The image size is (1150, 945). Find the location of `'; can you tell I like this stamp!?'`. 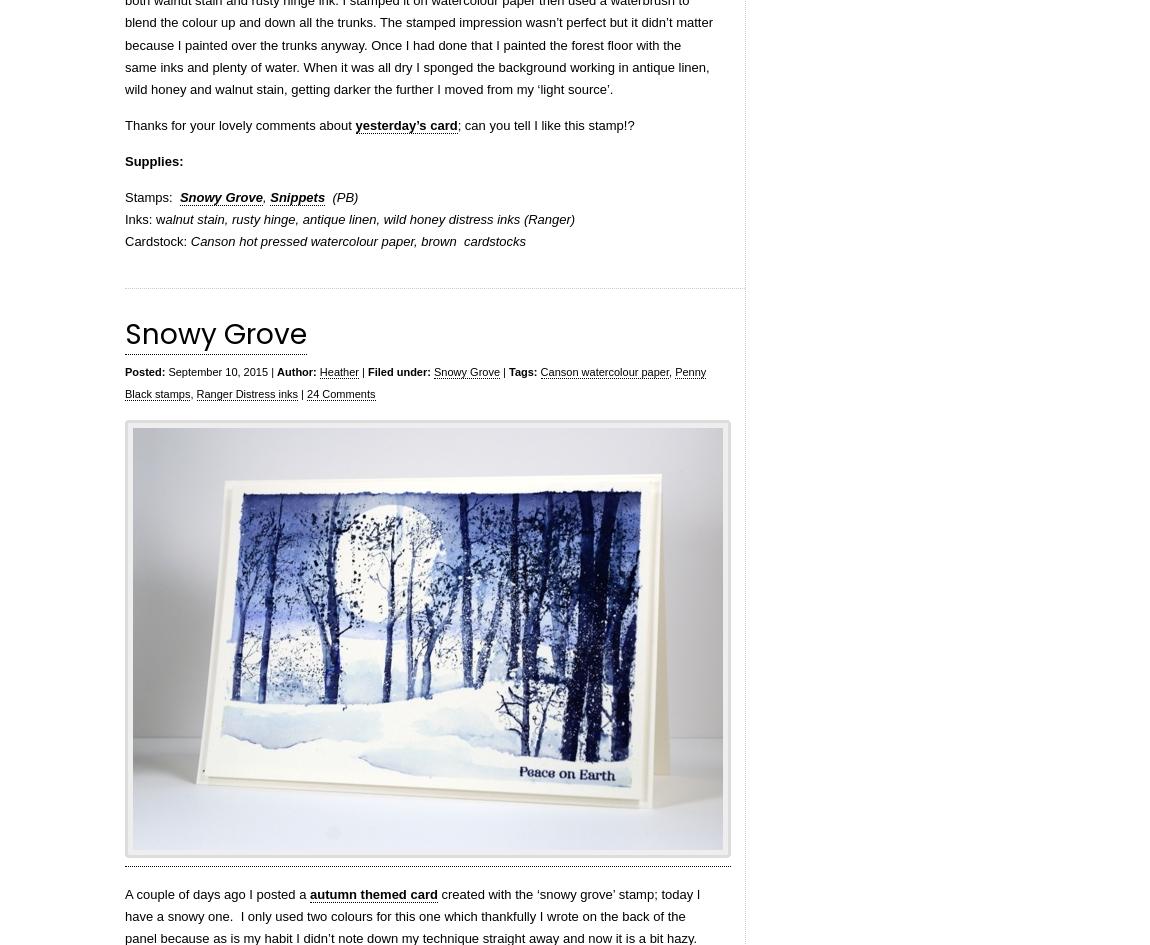

'; can you tell I like this stamp!?' is located at coordinates (545, 123).